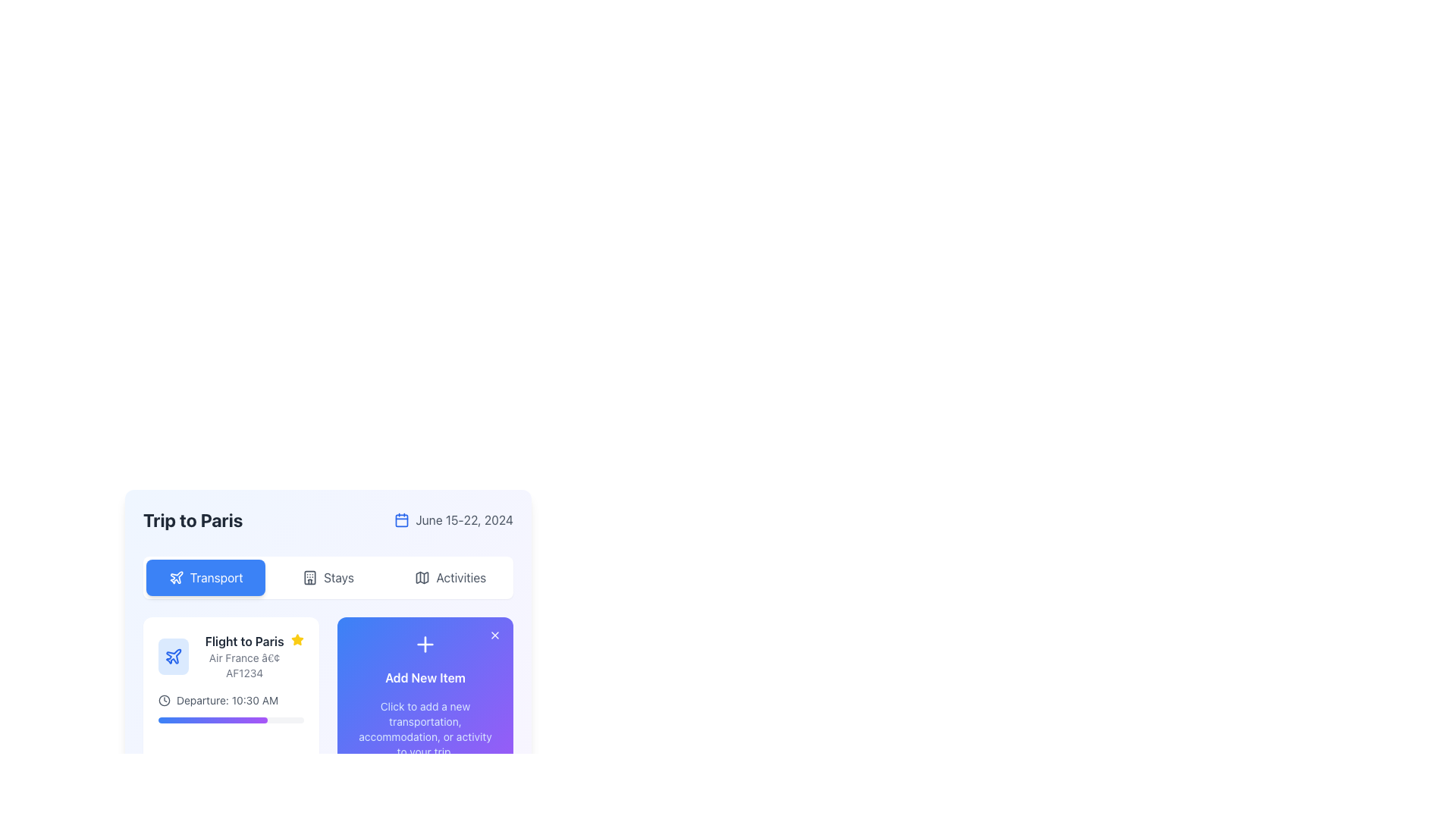 This screenshot has height=819, width=1456. I want to click on the 'Stays' navigation tab icon, which is the first visual component in the navigation section, so click(309, 578).